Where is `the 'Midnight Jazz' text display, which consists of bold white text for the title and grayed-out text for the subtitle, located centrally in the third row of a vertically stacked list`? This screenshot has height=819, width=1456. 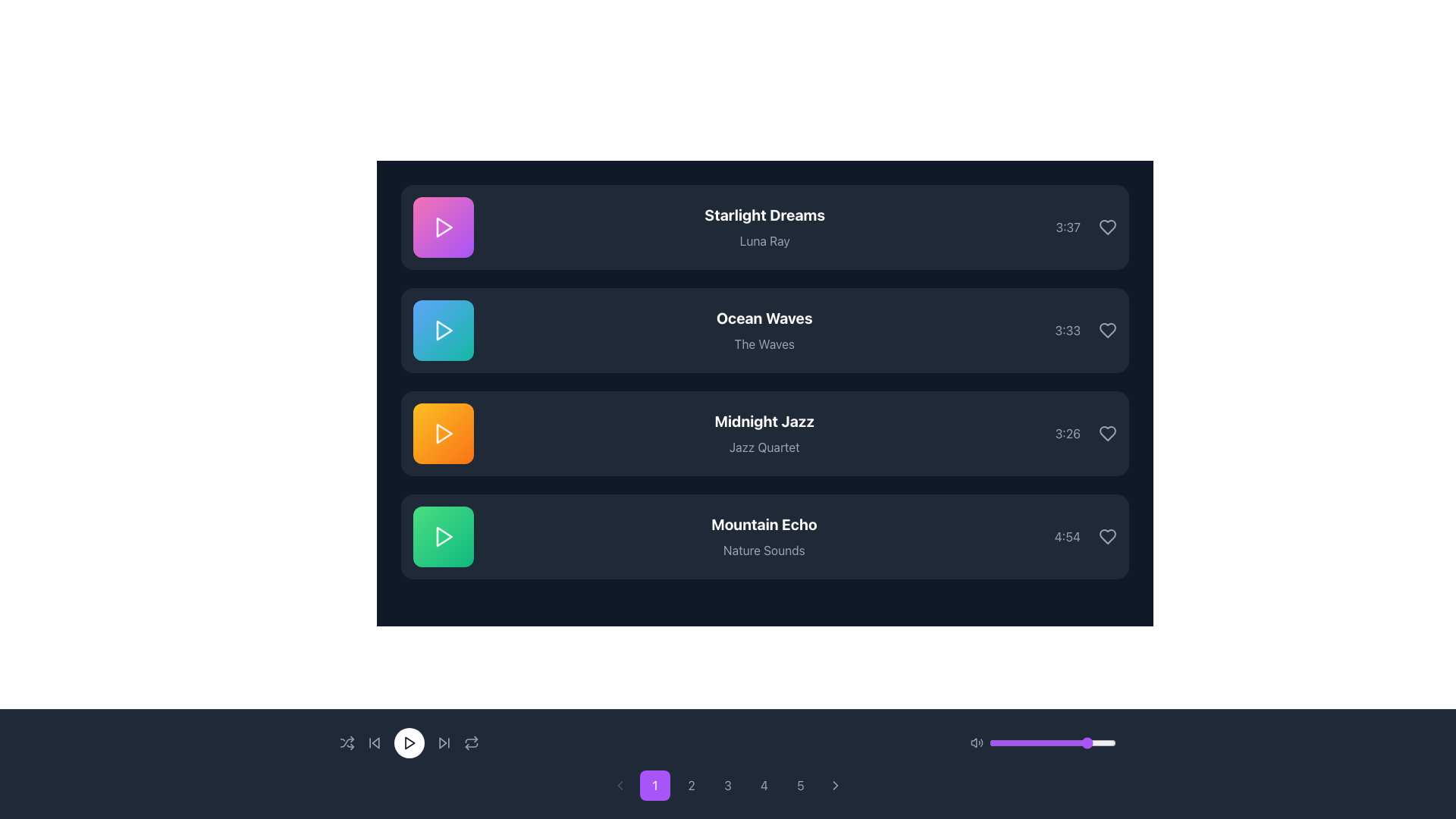 the 'Midnight Jazz' text display, which consists of bold white text for the title and grayed-out text for the subtitle, located centrally in the third row of a vertically stacked list is located at coordinates (764, 433).